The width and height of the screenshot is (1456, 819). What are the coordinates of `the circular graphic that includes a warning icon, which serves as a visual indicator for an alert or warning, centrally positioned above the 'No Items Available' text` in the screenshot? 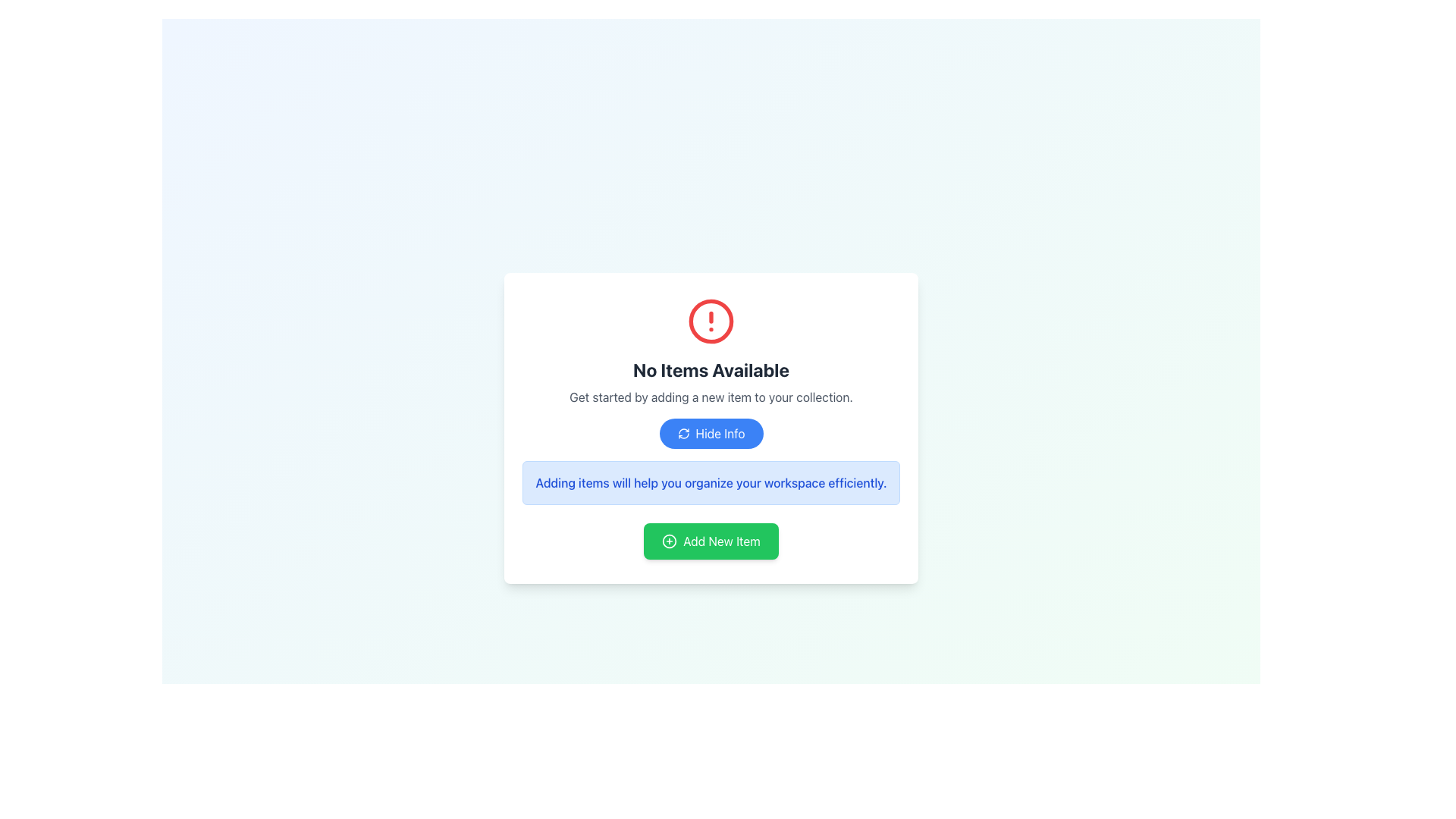 It's located at (710, 321).